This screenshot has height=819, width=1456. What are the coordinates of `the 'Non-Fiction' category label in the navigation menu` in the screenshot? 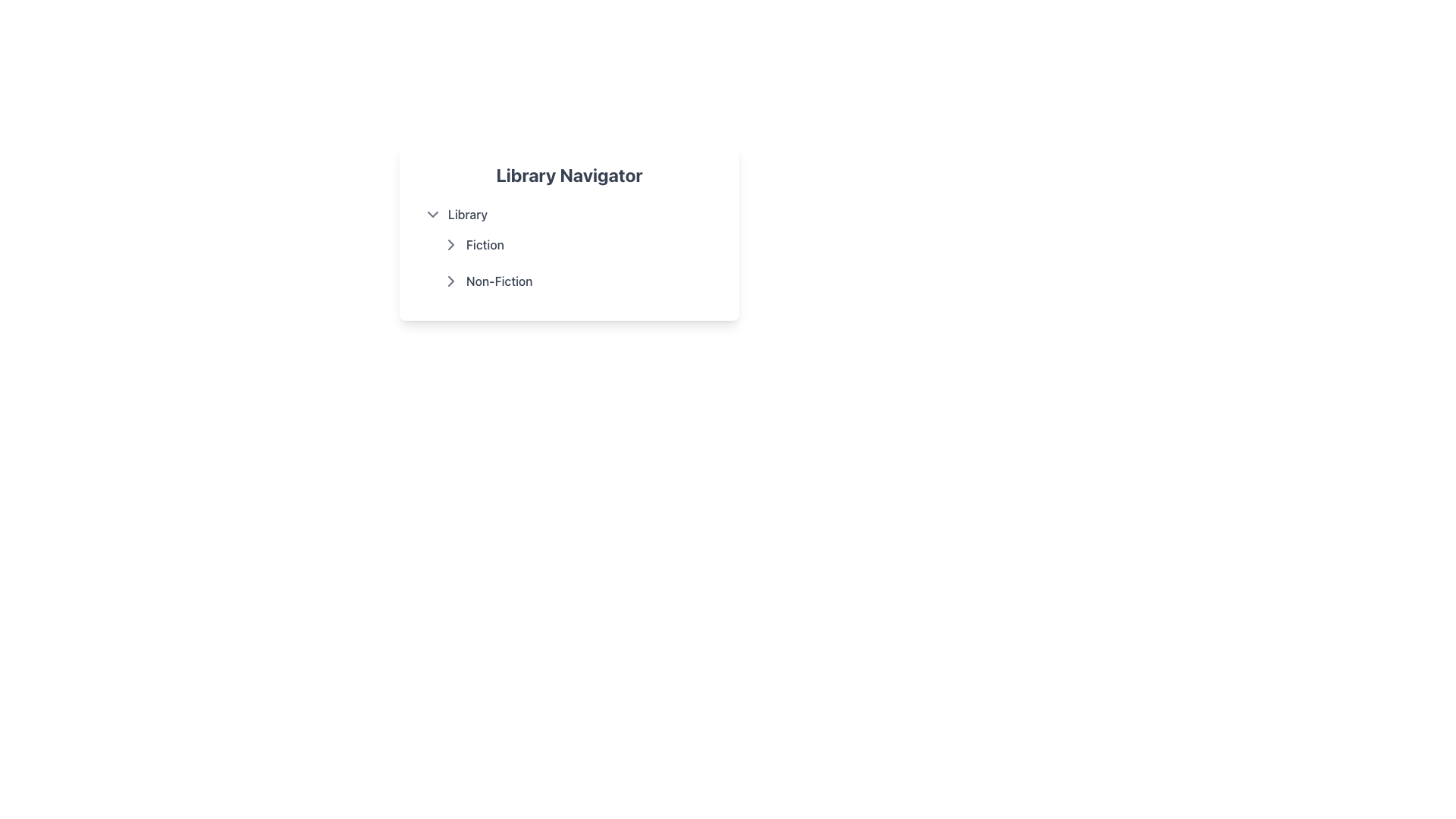 It's located at (499, 281).